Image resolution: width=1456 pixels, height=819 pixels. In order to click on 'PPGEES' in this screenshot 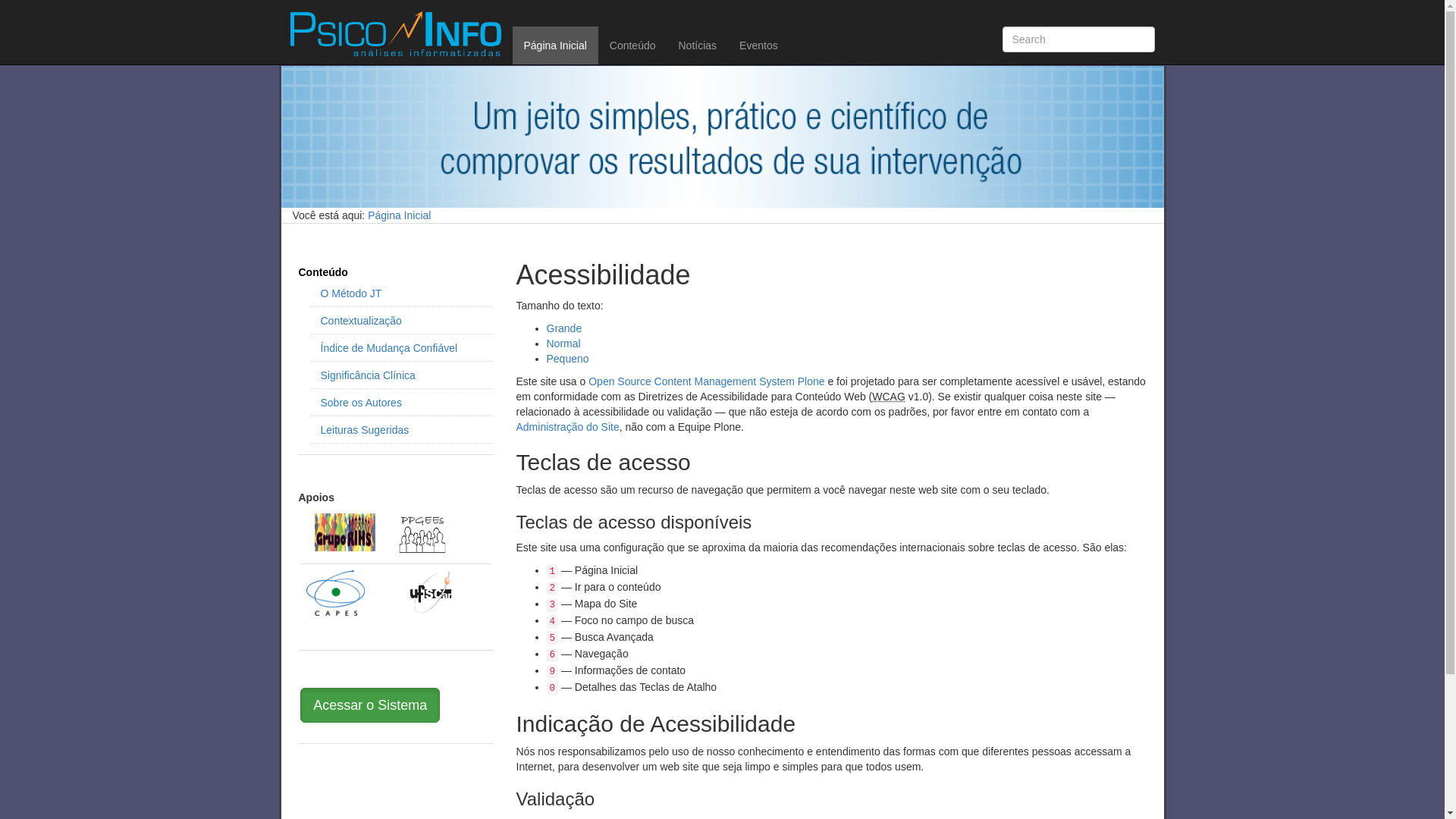, I will do `click(422, 534)`.